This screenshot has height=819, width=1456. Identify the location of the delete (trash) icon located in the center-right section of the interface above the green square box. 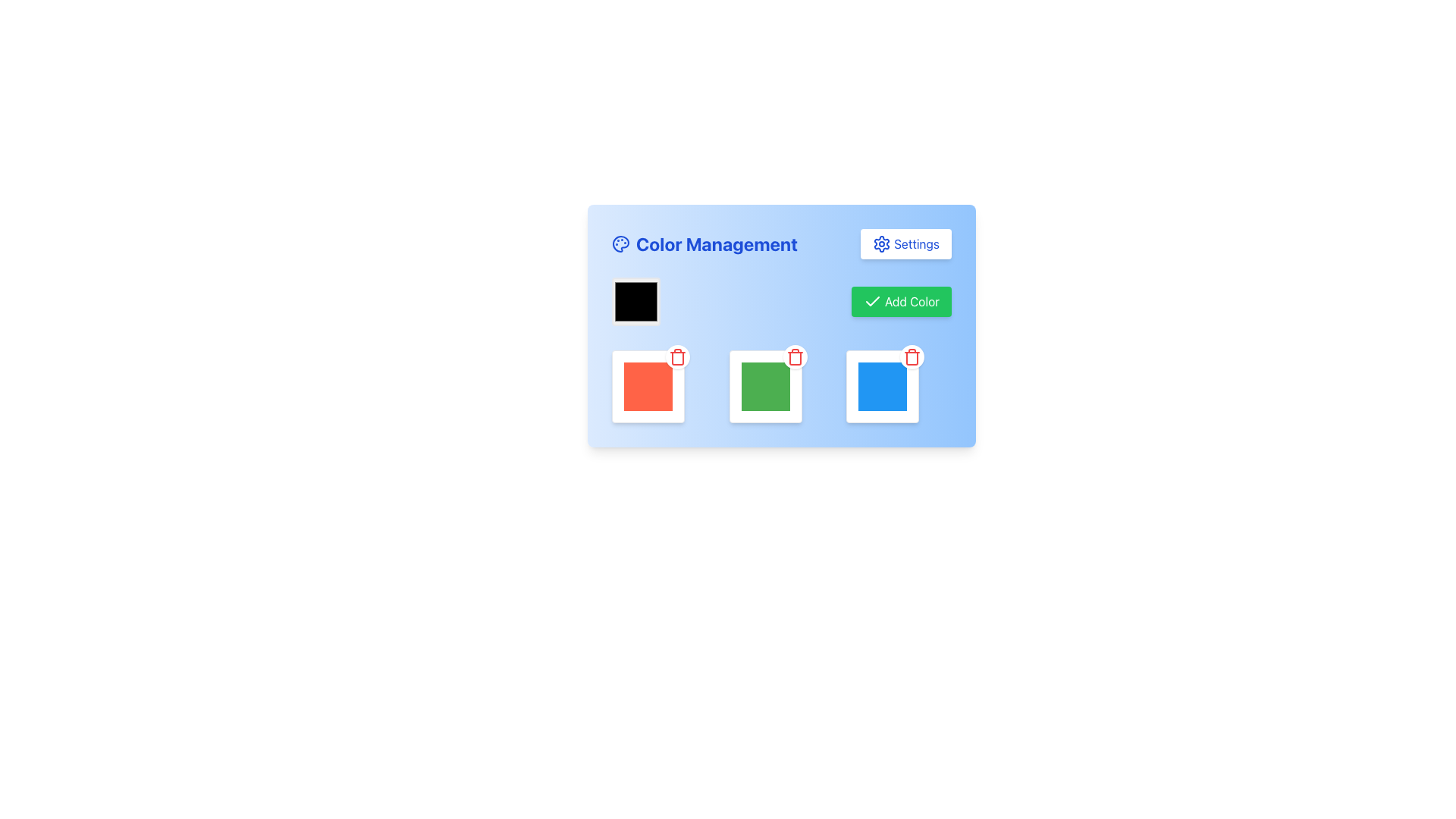
(794, 356).